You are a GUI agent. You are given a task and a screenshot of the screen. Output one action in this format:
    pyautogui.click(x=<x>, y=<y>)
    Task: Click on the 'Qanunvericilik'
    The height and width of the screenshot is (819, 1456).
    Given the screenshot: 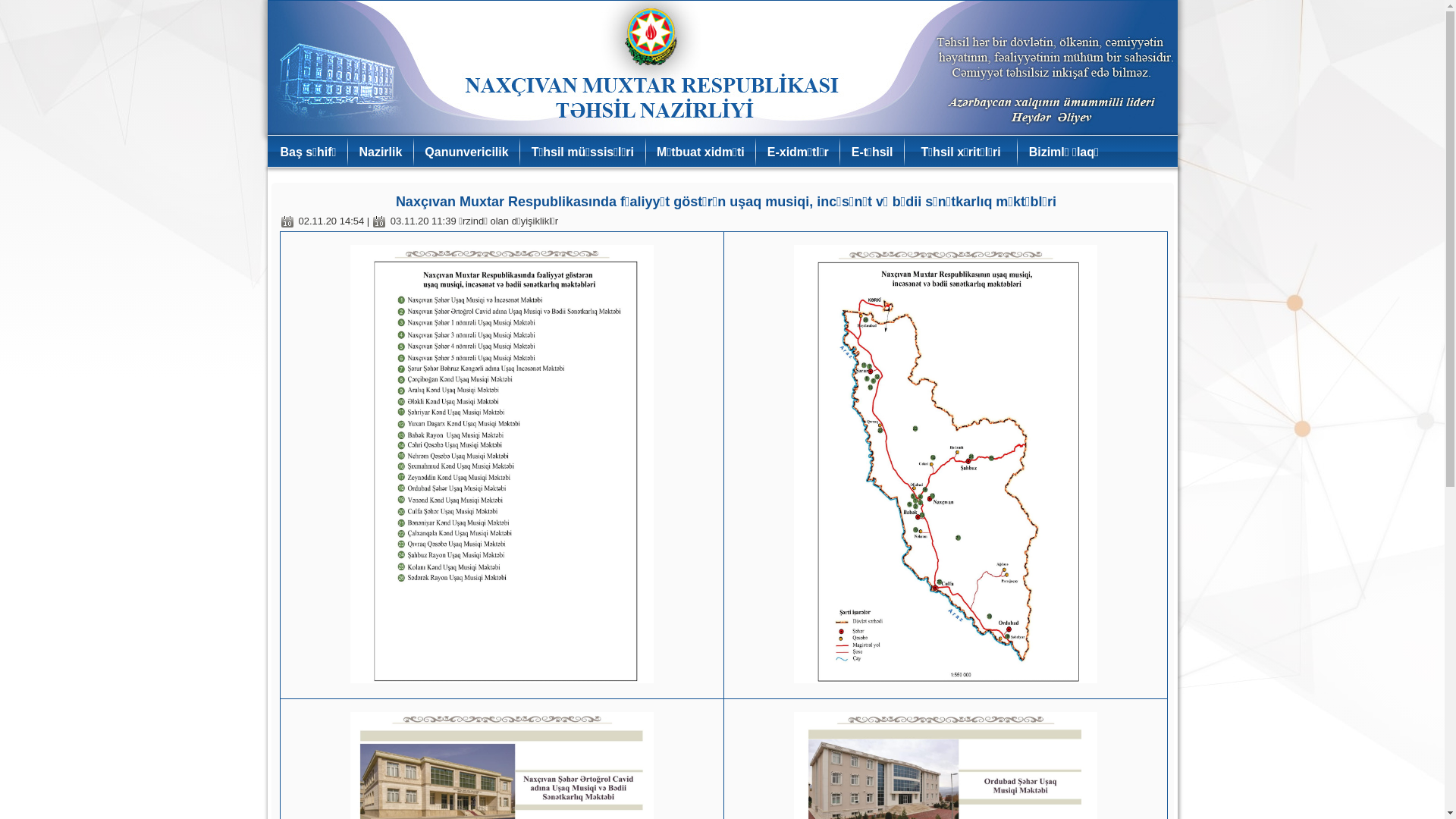 What is the action you would take?
    pyautogui.click(x=465, y=152)
    